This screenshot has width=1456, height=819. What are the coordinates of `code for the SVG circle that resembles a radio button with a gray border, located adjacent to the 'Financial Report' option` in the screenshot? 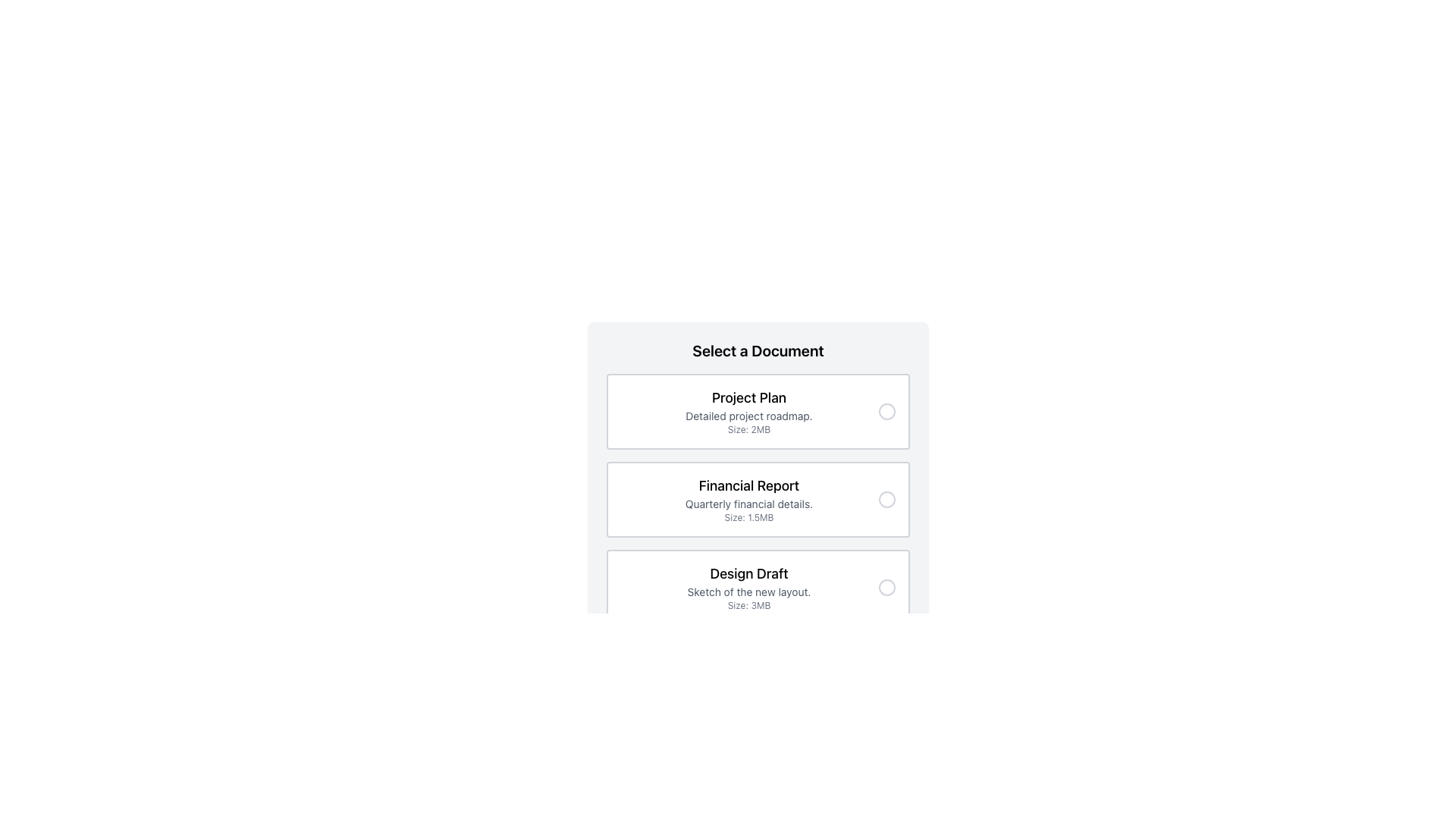 It's located at (887, 500).